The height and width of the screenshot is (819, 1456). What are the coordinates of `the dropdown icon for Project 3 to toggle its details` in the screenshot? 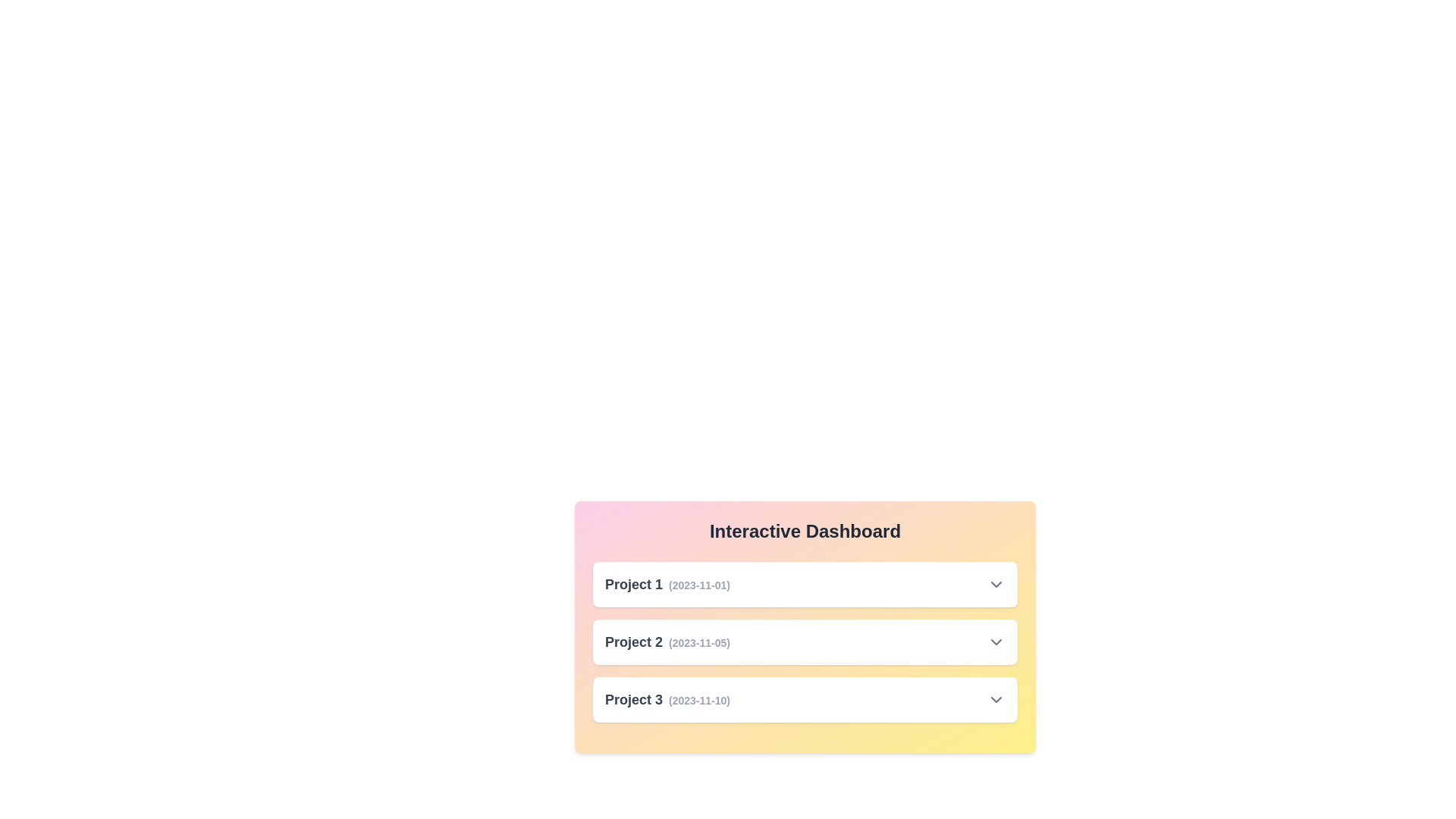 It's located at (996, 699).